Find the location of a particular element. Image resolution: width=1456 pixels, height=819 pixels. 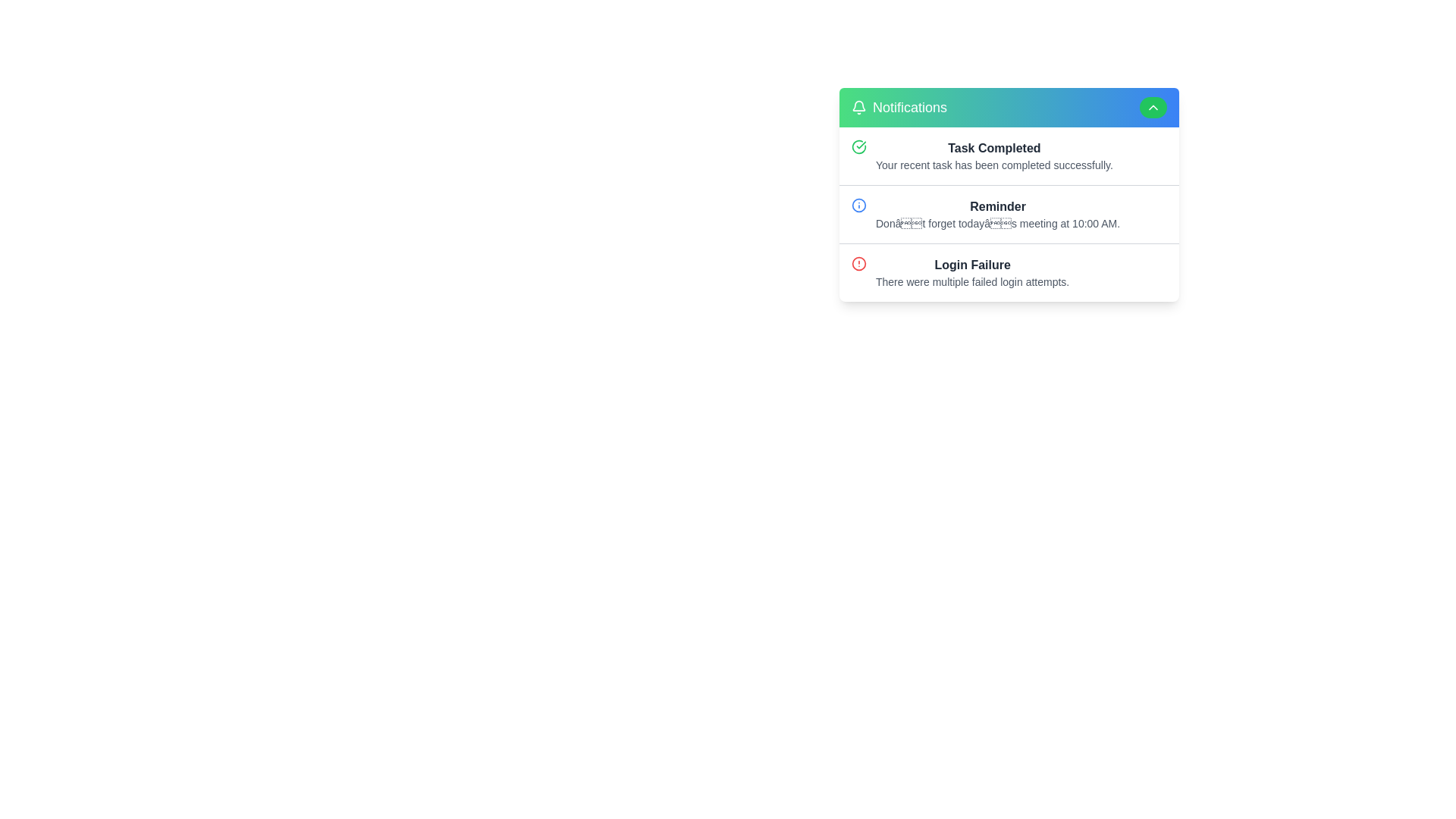

the success completion icon located in the first row of the notification panel, to the left of the 'Task Completed' heading is located at coordinates (858, 146).